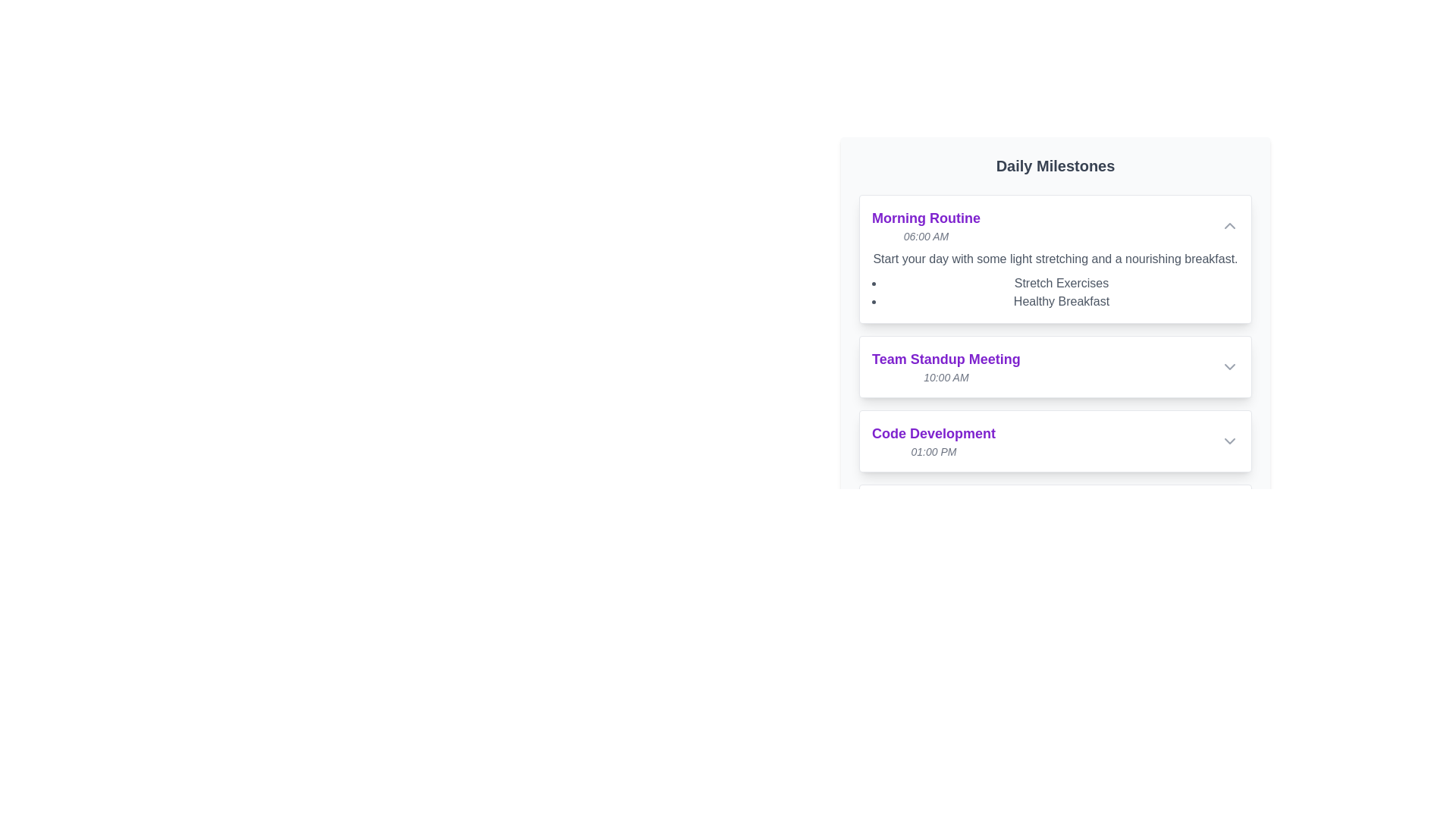 This screenshot has width=1456, height=819. I want to click on the 'Code Development' text label, which is bold, large, and styled in purple, located in the 'Daily Milestones' section above '01:00 PM', so click(933, 433).